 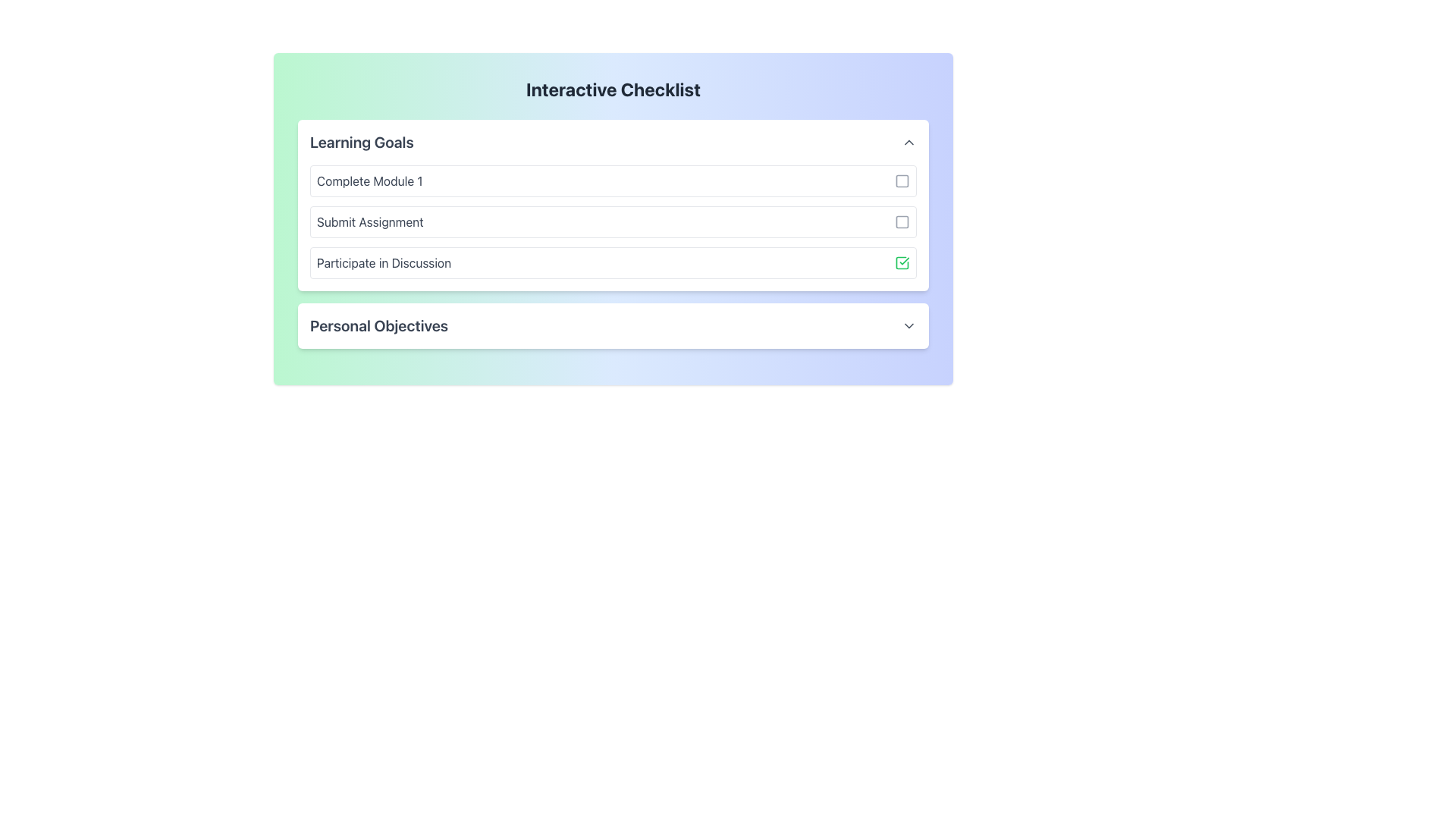 I want to click on the green-colored checkmark icon within the square-shaped checkbox located at the far right end of the 'Participate in Discussion' row in the 'Learning Goals' section, so click(x=902, y=262).